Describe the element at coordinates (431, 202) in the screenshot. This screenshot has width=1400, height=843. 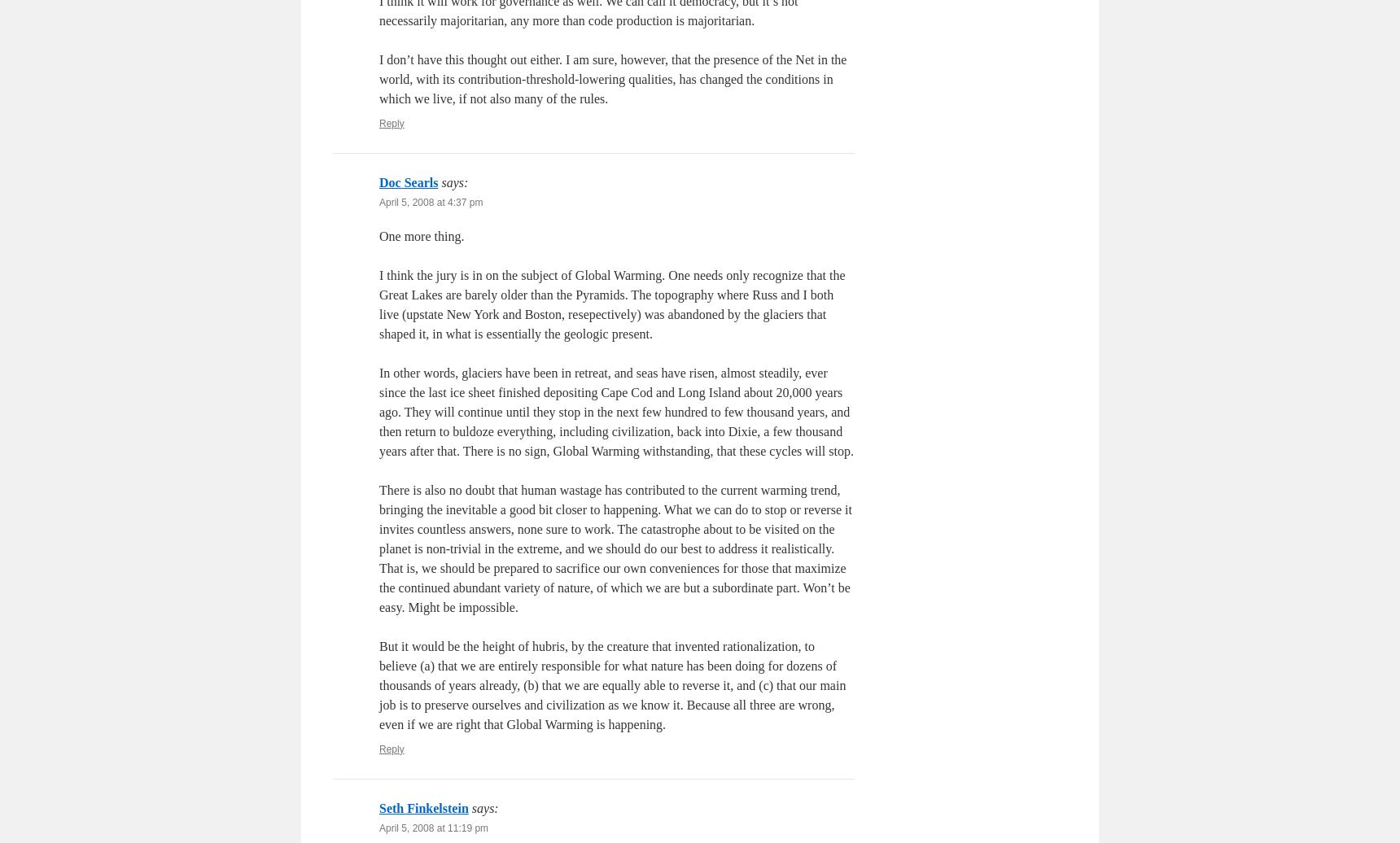
I see `'April 5, 2008 at 4:37 pm'` at that location.